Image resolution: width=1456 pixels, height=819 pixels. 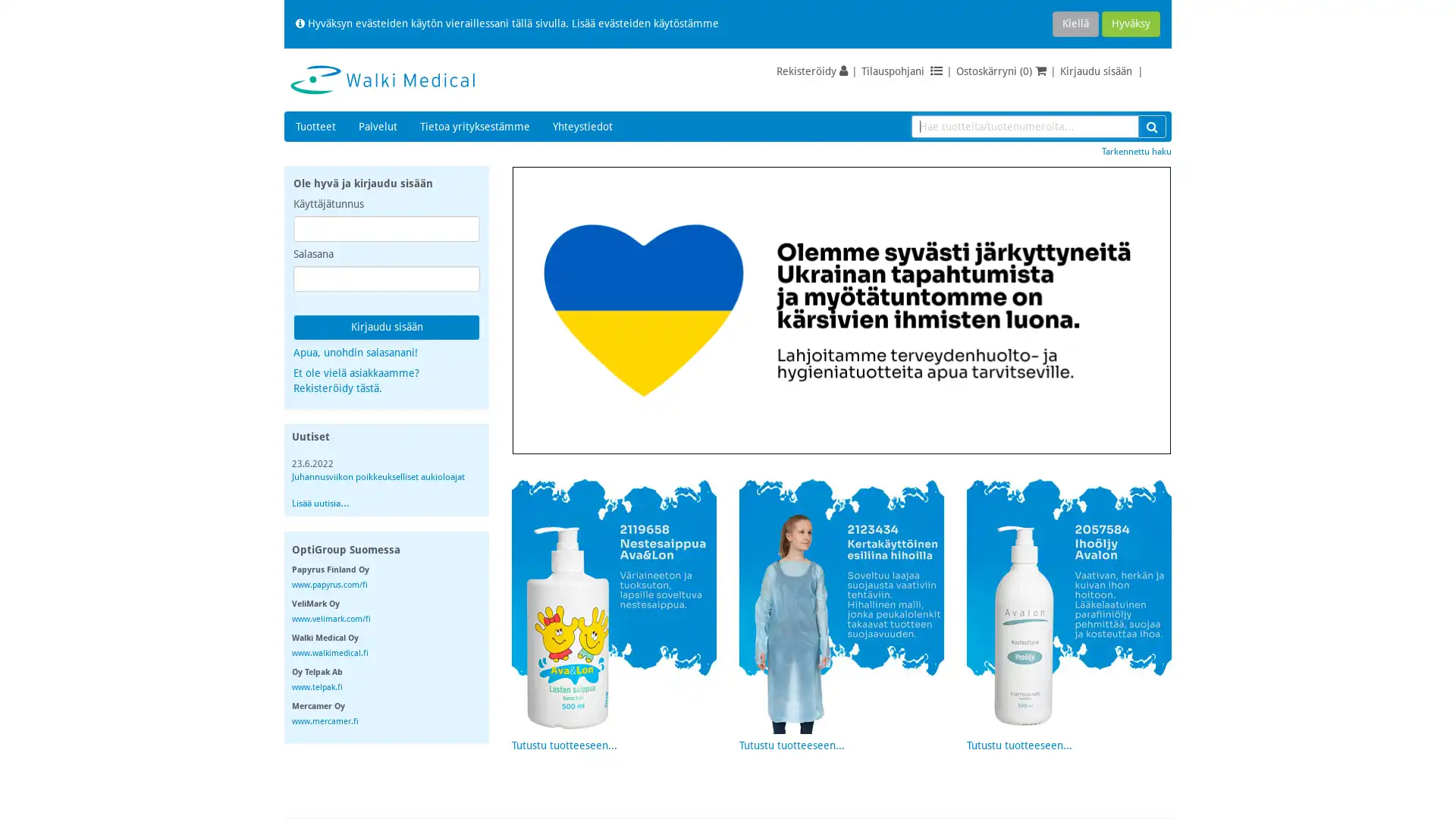 I want to click on Kiella, so click(x=1075, y=24).